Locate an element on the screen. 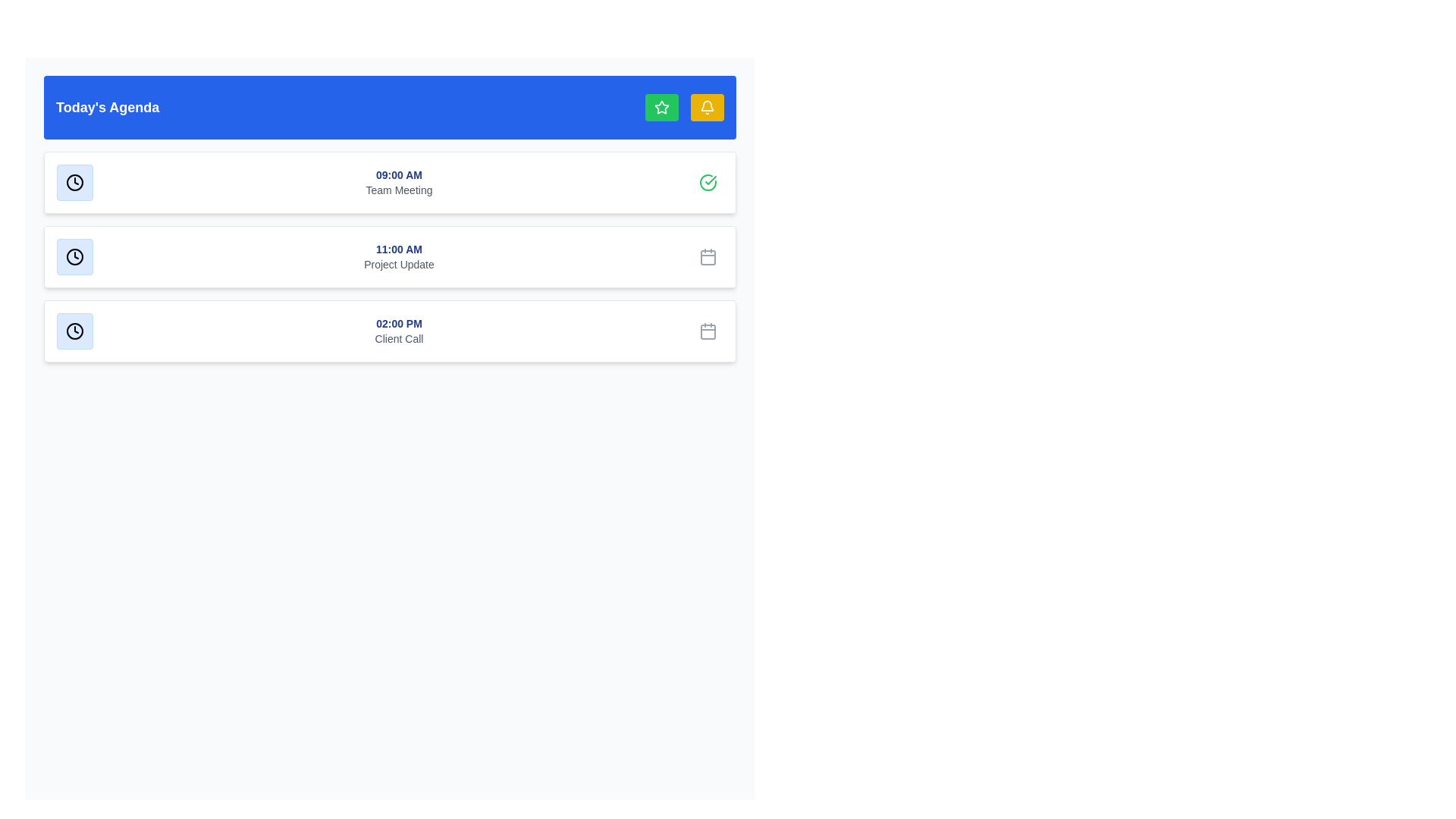 The image size is (1456, 819). the calendar icon located in the third section of the agenda list, which is positioned to the right of the text area displaying the time and title for the agenda item is located at coordinates (708, 256).